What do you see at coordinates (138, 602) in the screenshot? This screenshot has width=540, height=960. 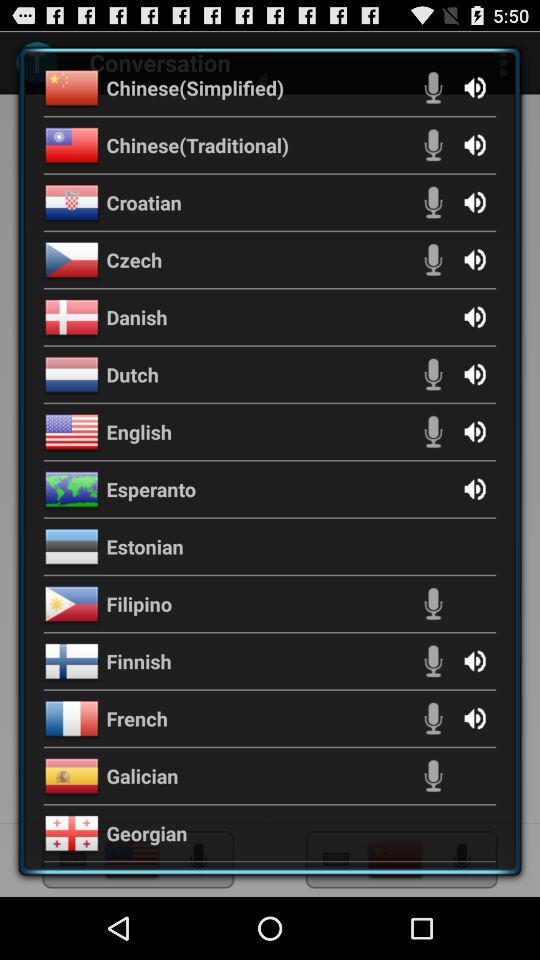 I see `the icon above finnish icon` at bounding box center [138, 602].